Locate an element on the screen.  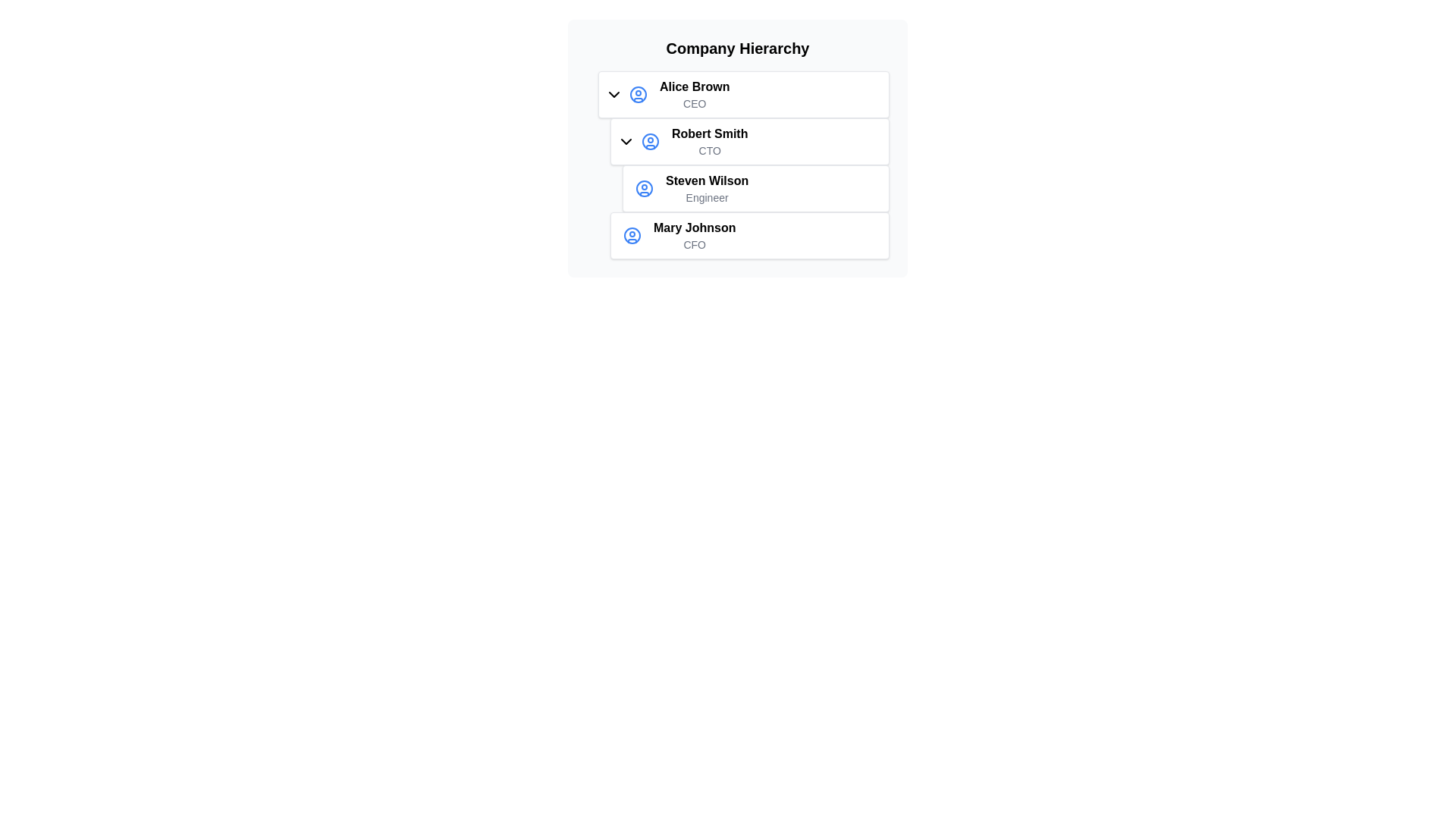
the SVG graphical circle representing Robert Smith's role in the Company Hierarchy interface is located at coordinates (651, 141).